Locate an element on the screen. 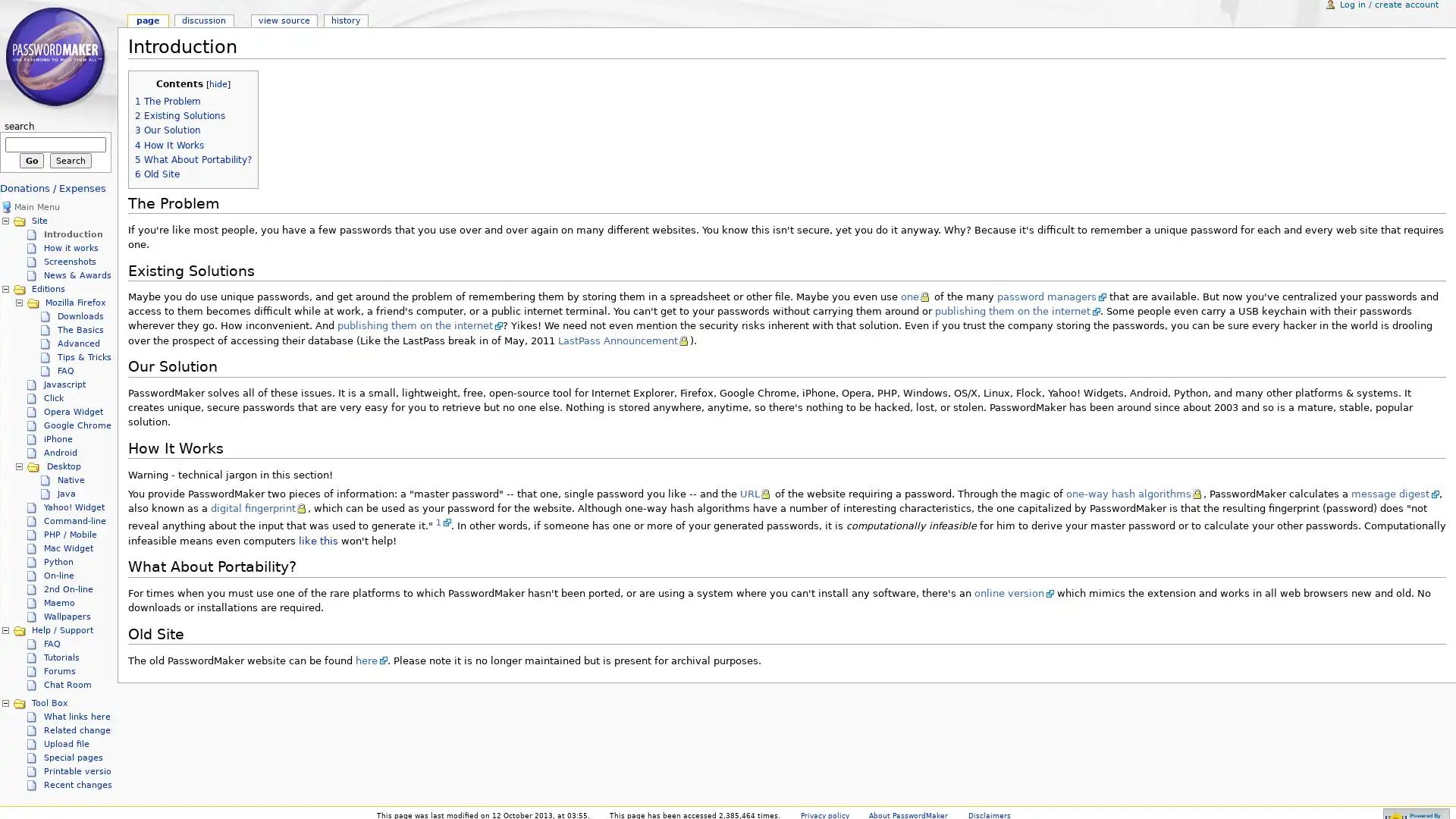 Image resolution: width=1456 pixels, height=819 pixels. Search is located at coordinates (70, 161).